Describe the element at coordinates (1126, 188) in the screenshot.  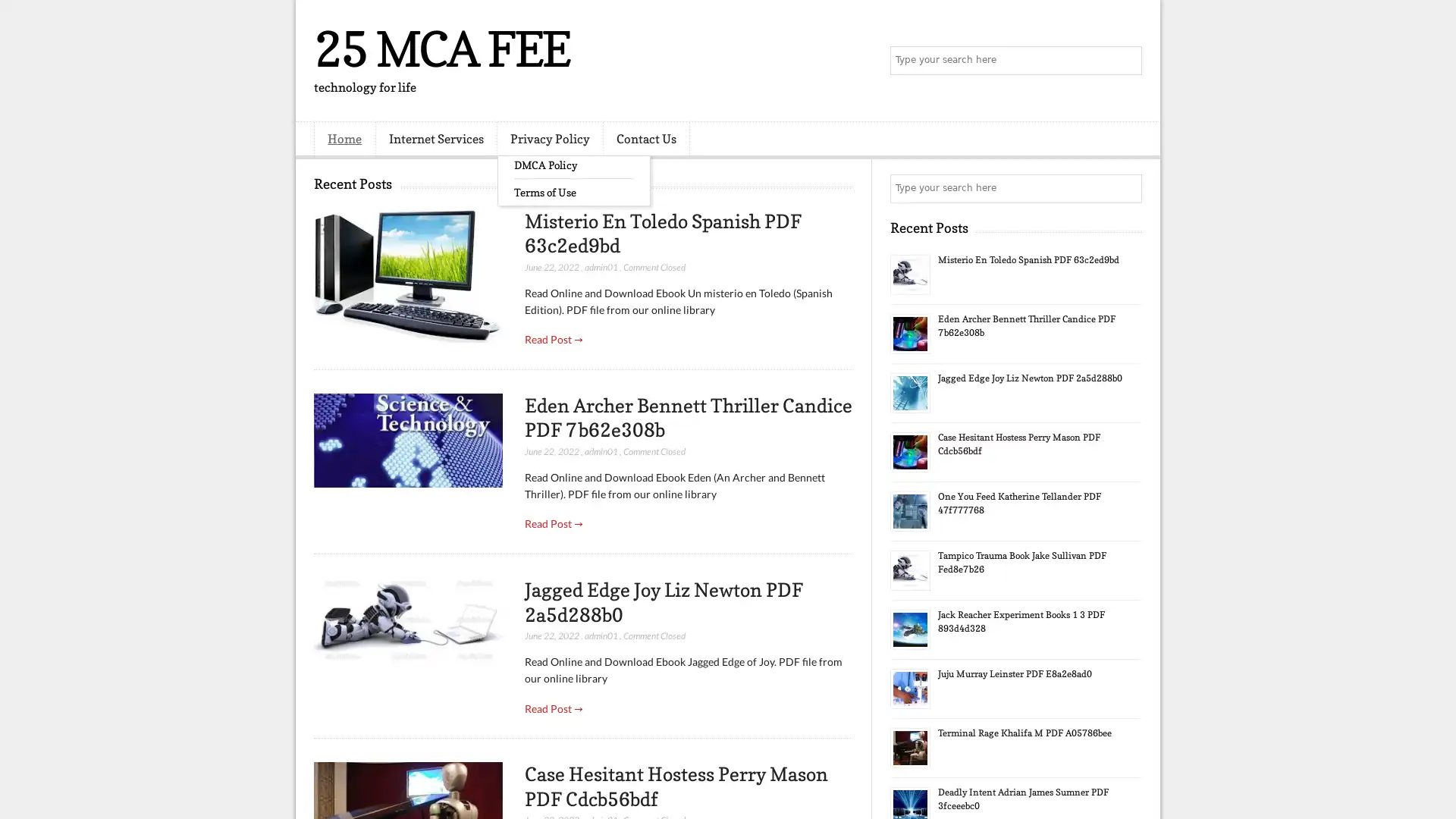
I see `Search` at that location.